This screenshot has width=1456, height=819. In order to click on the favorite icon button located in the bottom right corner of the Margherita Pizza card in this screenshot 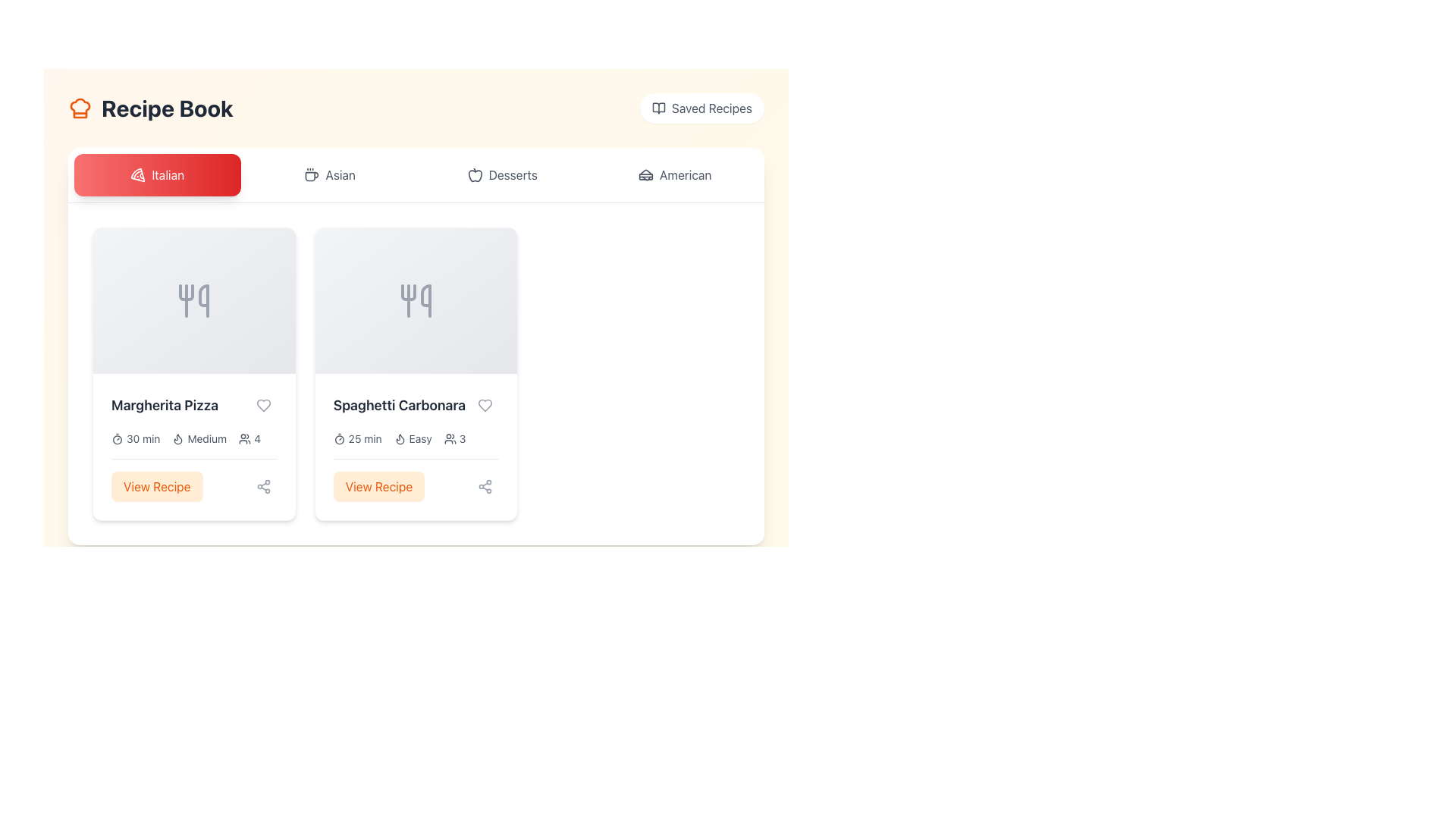, I will do `click(263, 405)`.